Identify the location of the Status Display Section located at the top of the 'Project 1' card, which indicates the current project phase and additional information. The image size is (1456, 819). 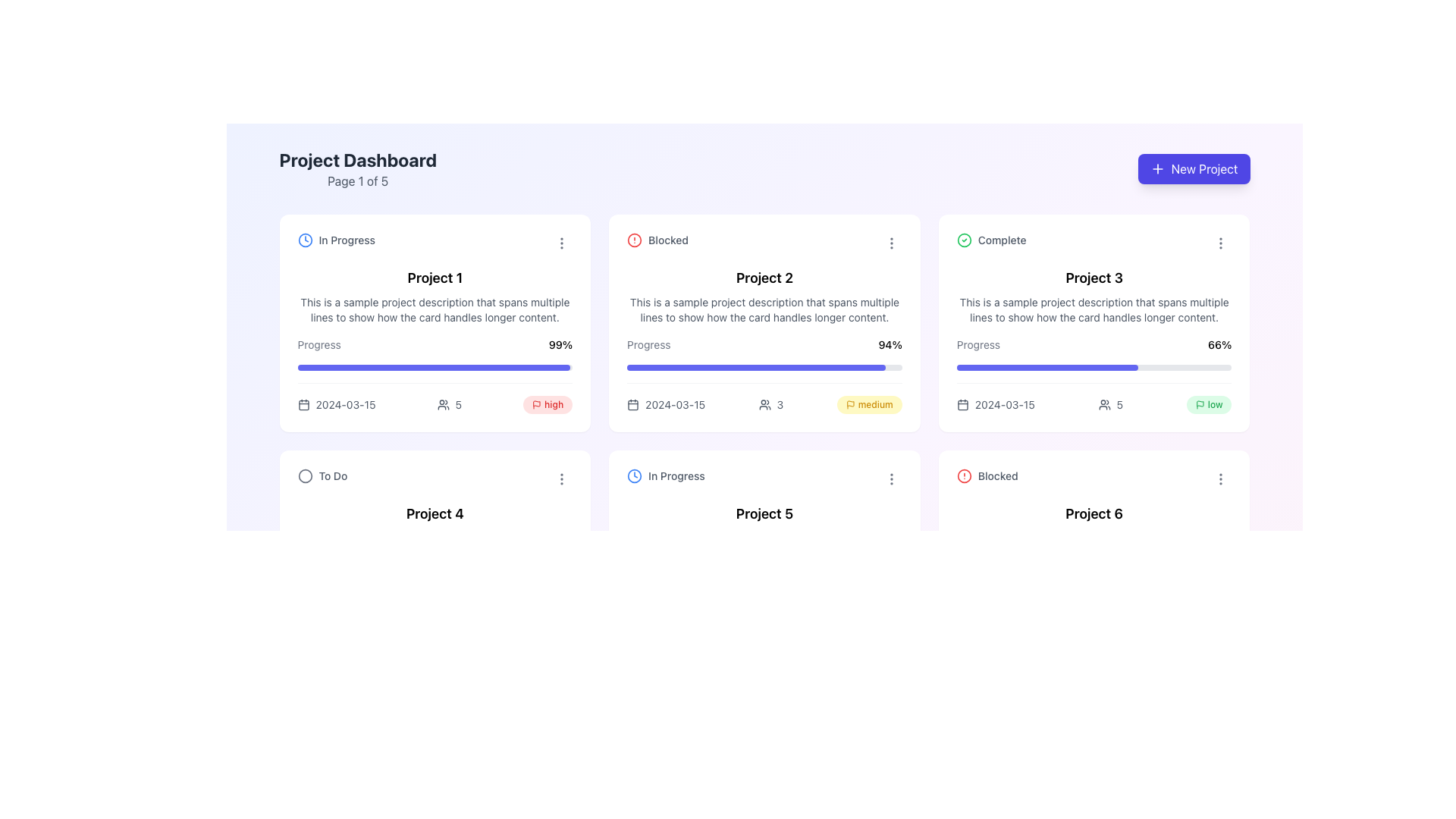
(434, 243).